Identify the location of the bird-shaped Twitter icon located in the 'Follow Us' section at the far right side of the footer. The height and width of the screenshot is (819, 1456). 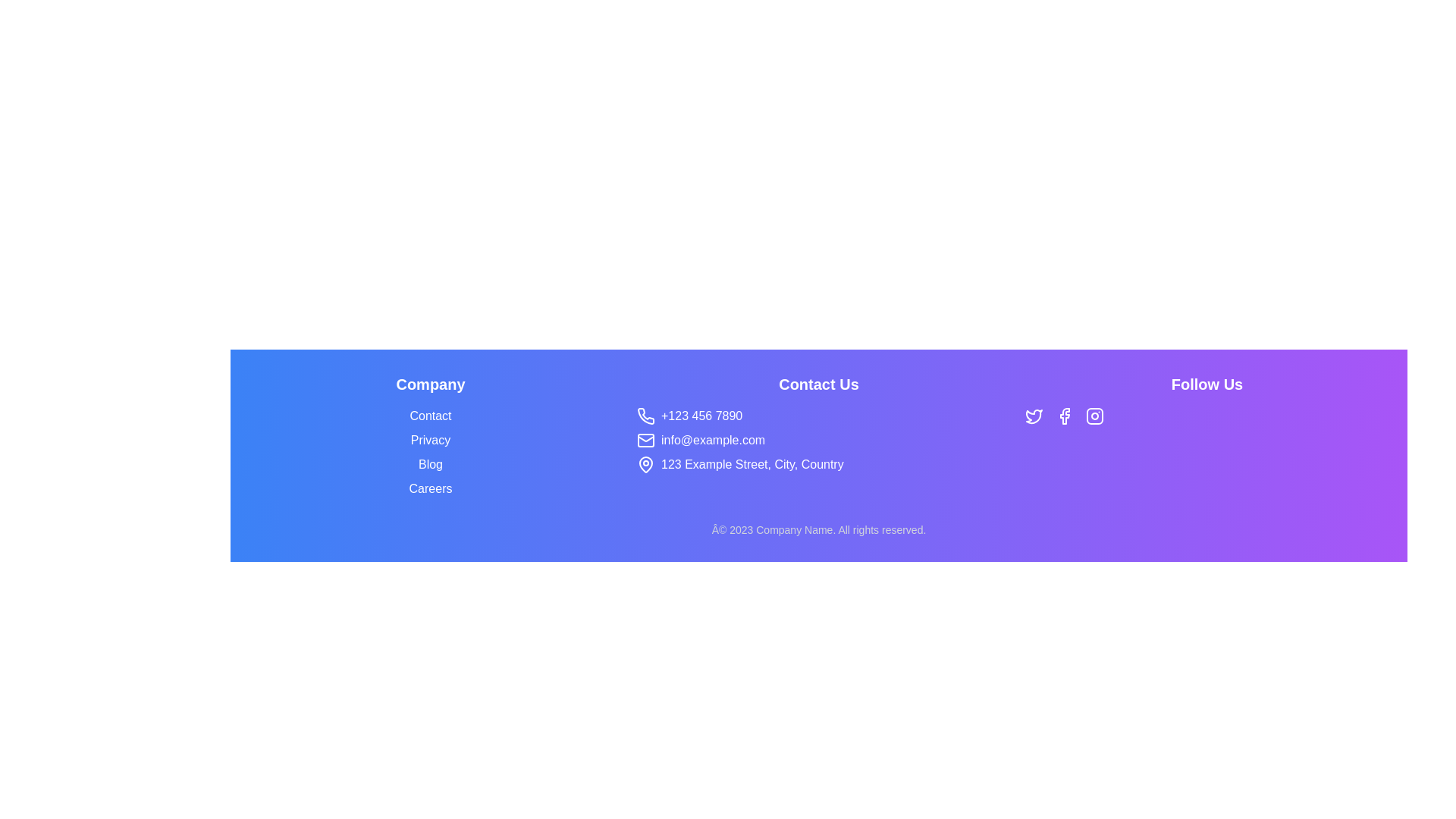
(1033, 416).